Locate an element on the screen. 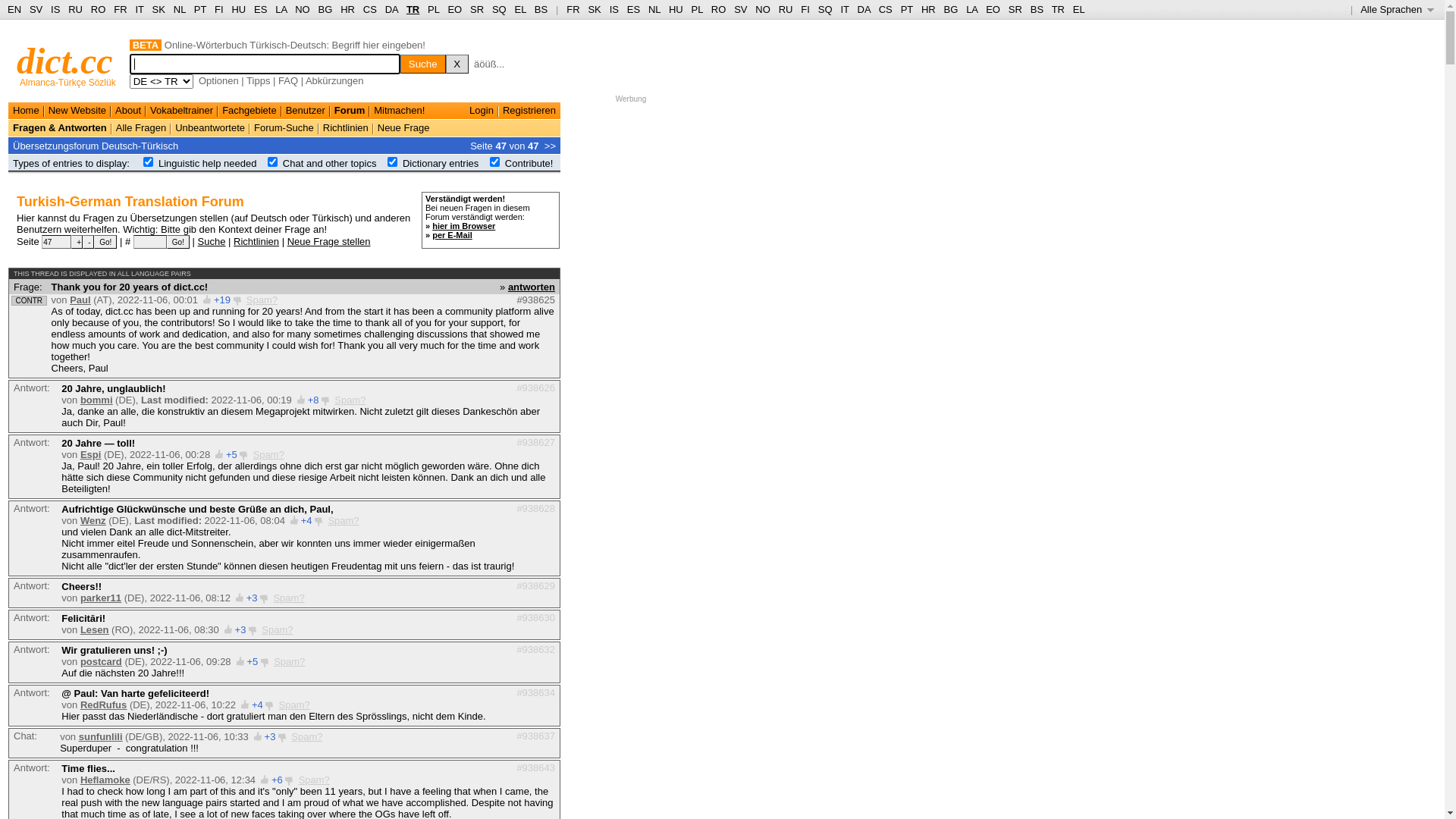 Image resolution: width=1456 pixels, height=819 pixels. 'Unbeantwortete' is located at coordinates (209, 127).